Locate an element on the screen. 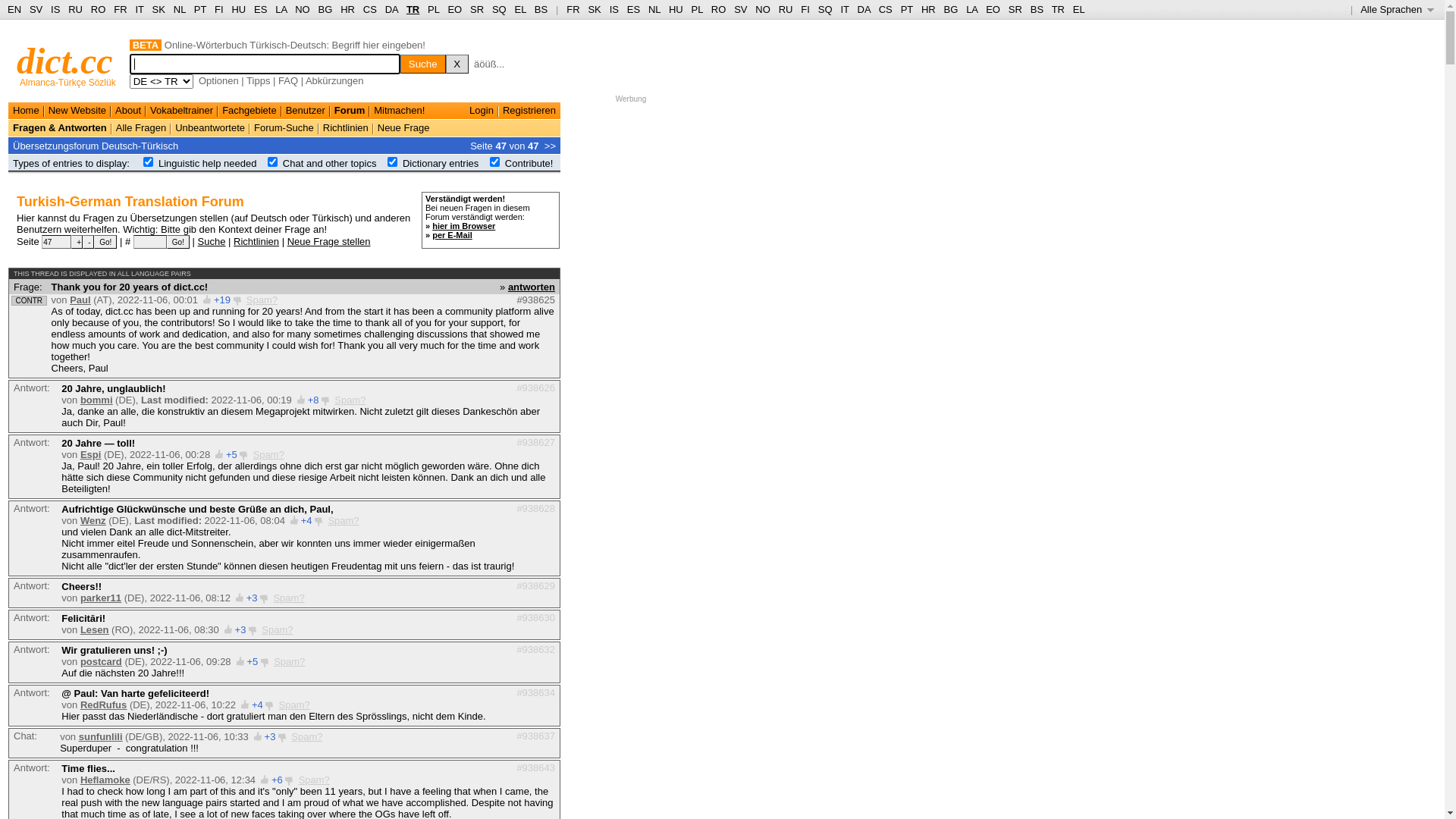 Image resolution: width=1456 pixels, height=819 pixels. 'Unbeantwortete' is located at coordinates (209, 127).